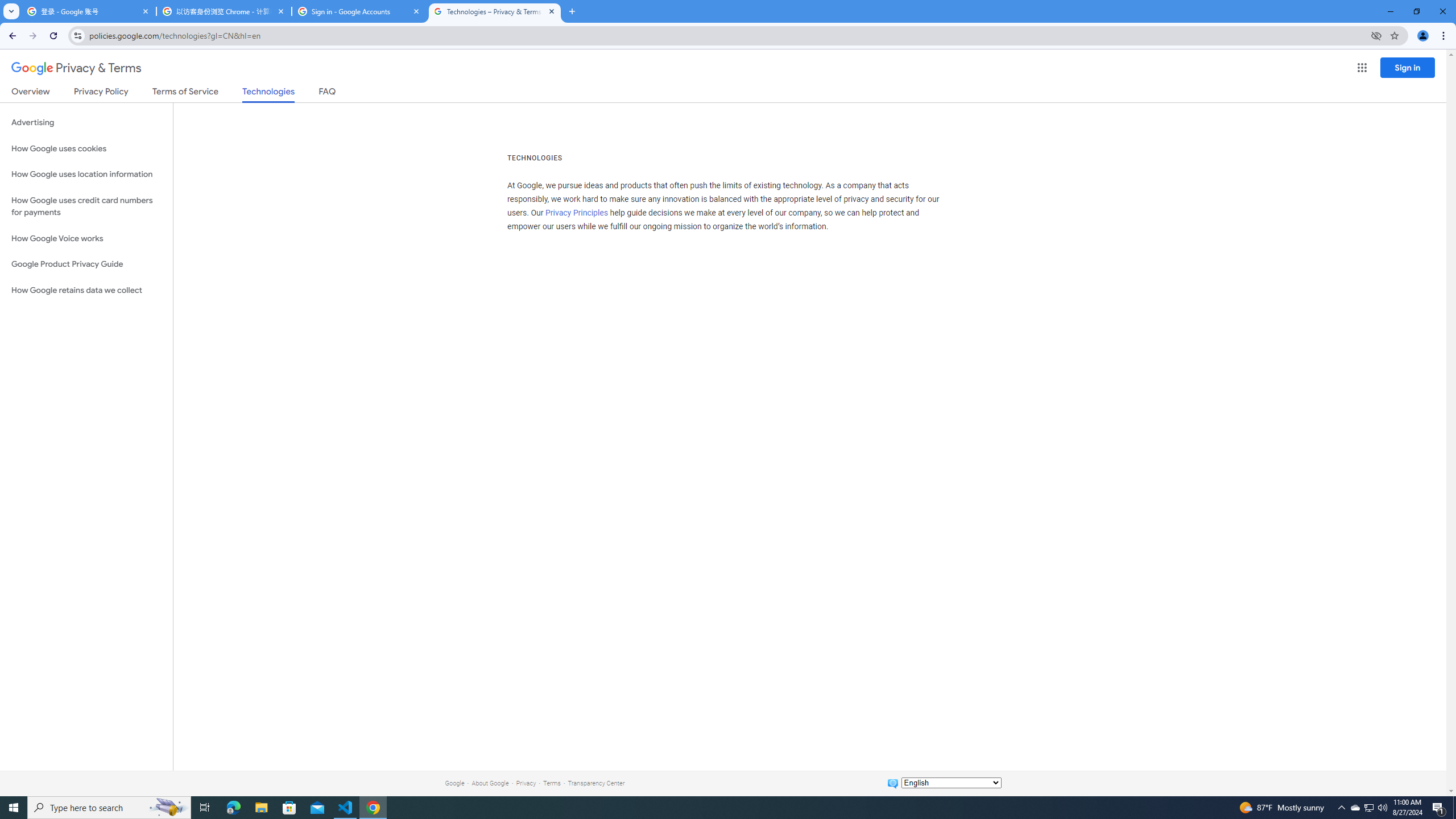 Image resolution: width=1456 pixels, height=819 pixels. Describe the element at coordinates (86, 122) in the screenshot. I see `'Advertising'` at that location.